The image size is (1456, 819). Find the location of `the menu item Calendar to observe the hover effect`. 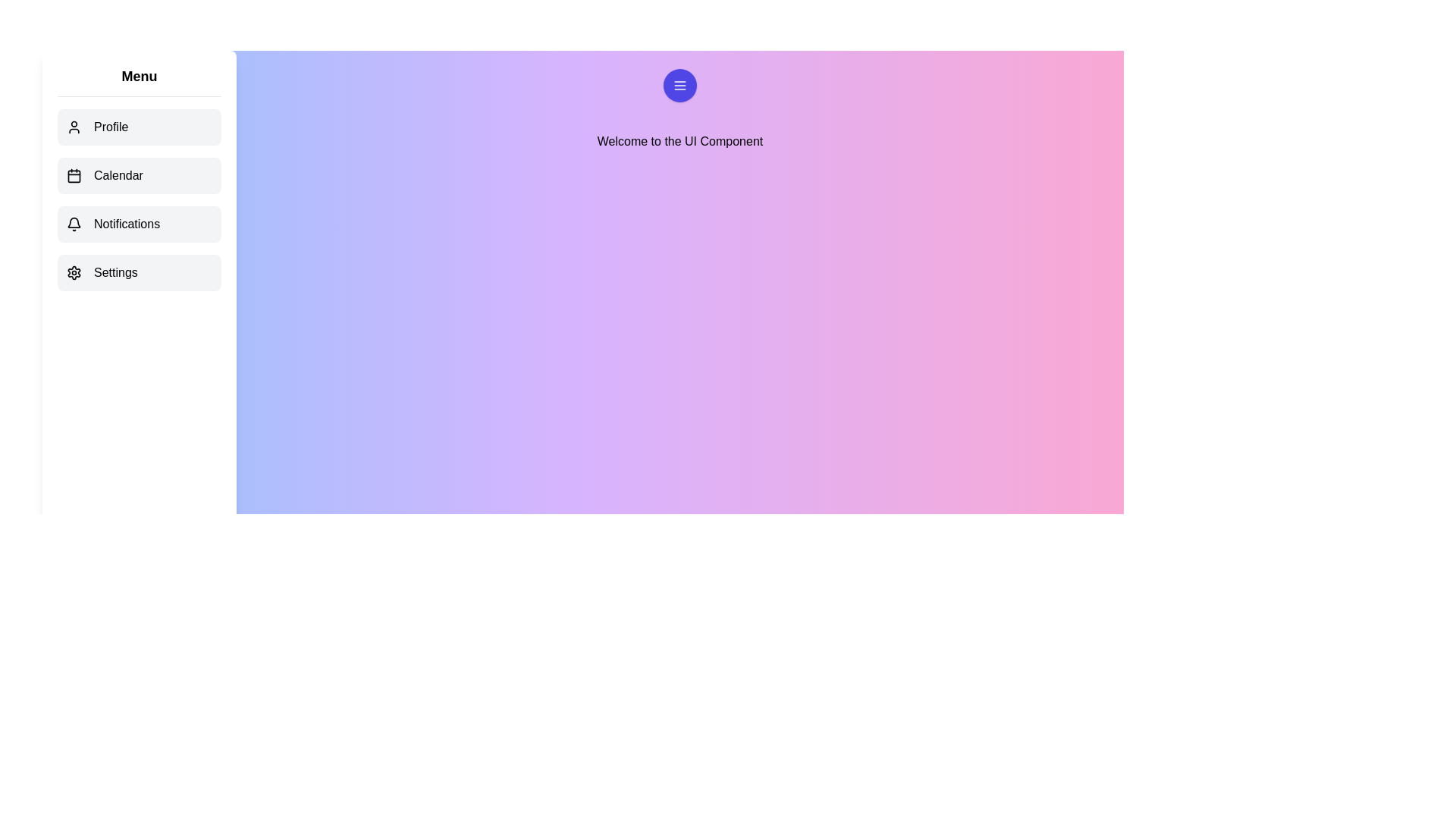

the menu item Calendar to observe the hover effect is located at coordinates (139, 174).